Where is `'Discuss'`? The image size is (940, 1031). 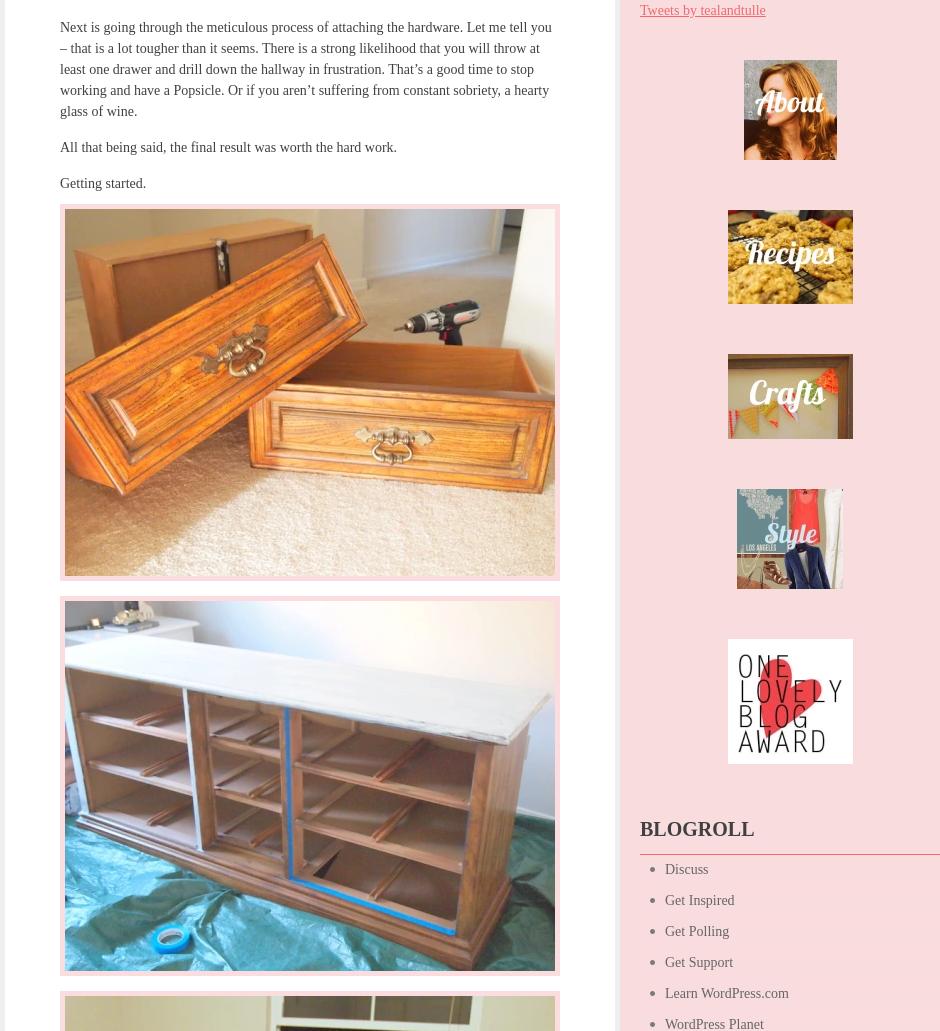
'Discuss' is located at coordinates (685, 869).